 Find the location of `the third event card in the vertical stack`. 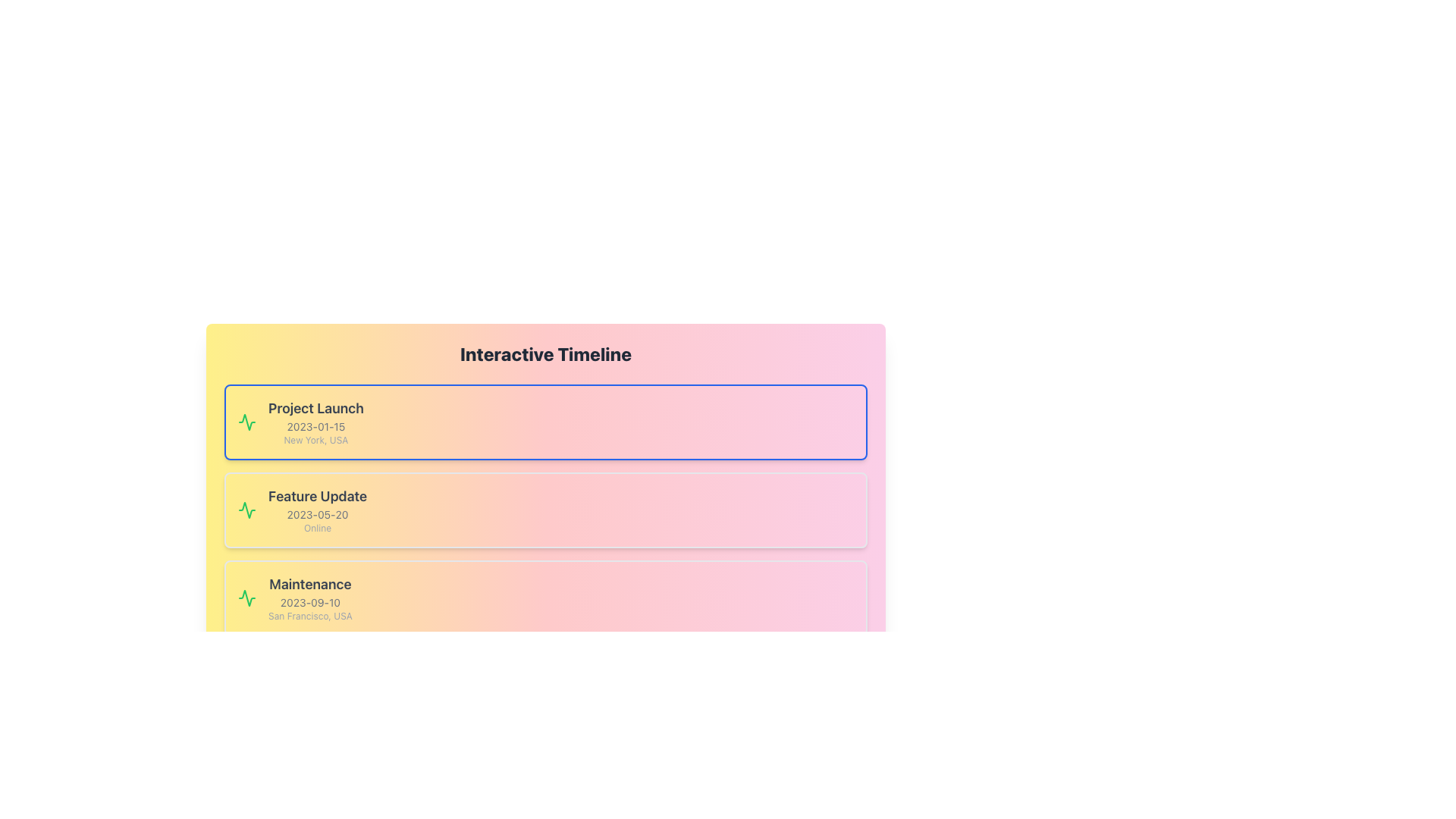

the third event card in the vertical stack is located at coordinates (546, 598).